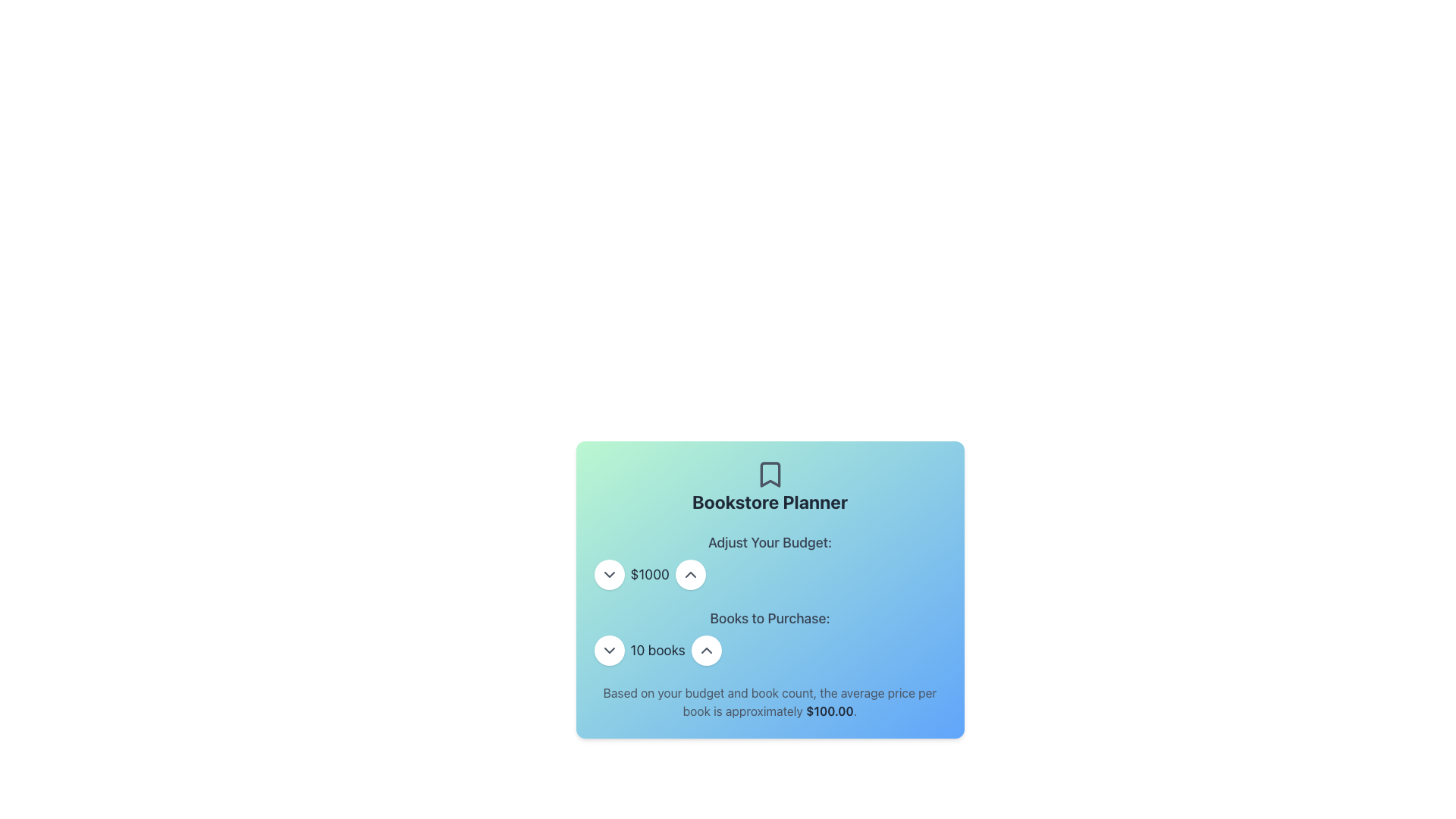 The image size is (1456, 819). Describe the element at coordinates (609, 649) in the screenshot. I see `the button to the left of the '10 books' text in the 'Books to Purchase:' section to reduce the intended purchase count` at that location.